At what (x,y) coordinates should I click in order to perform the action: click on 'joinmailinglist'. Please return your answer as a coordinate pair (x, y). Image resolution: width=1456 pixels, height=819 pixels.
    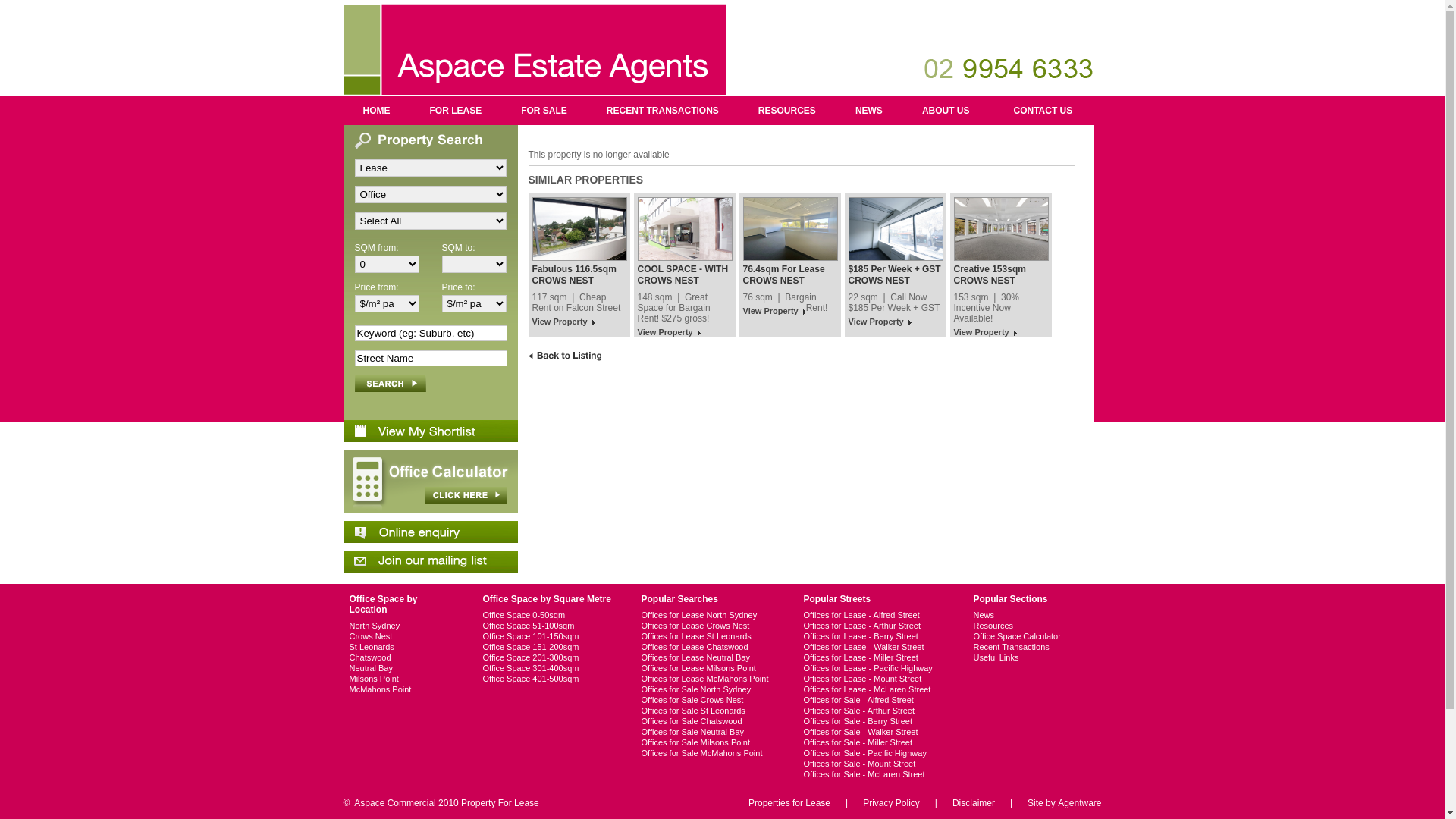
    Looking at the image, I should click on (341, 561).